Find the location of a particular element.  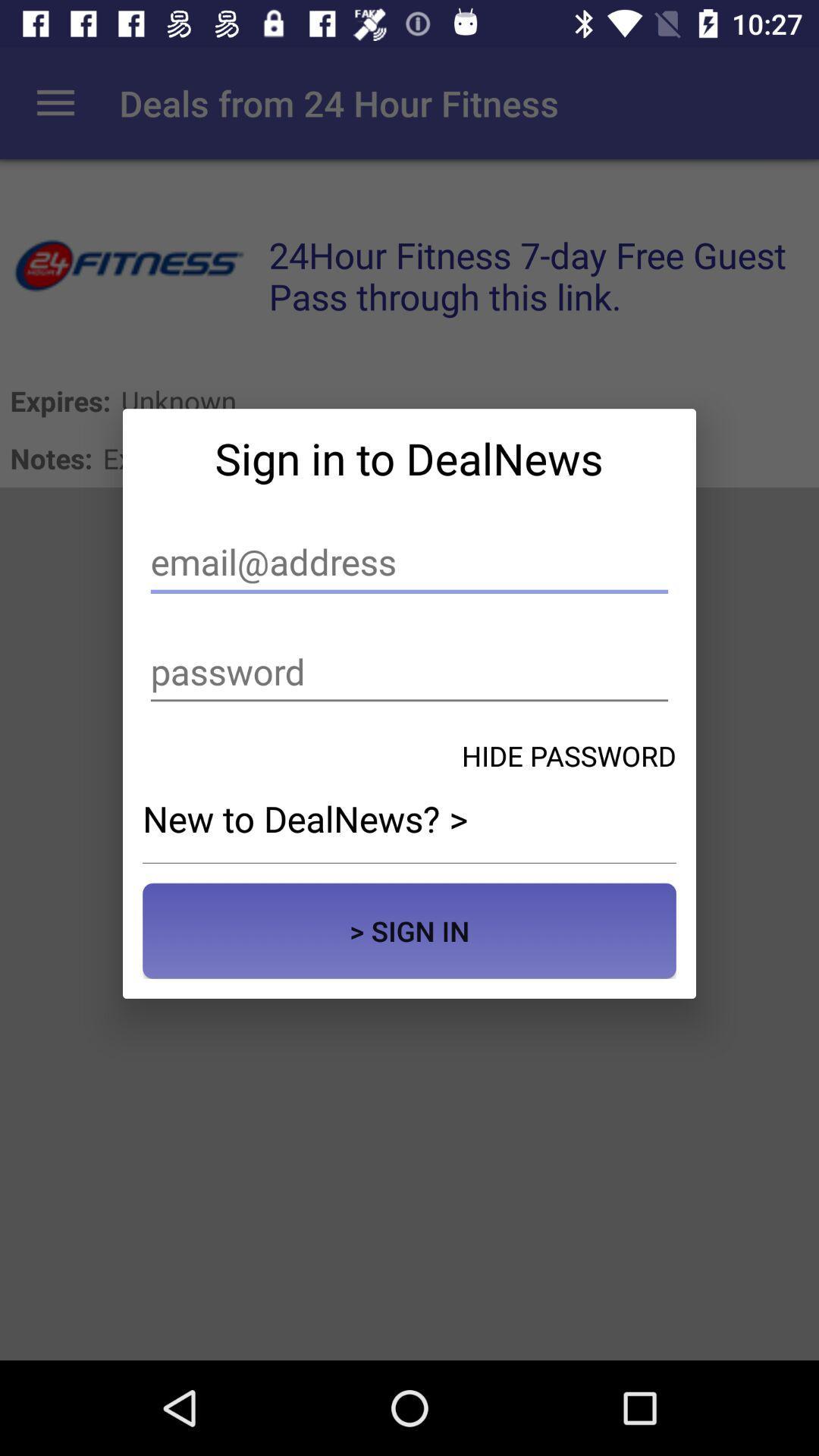

email is located at coordinates (409, 561).